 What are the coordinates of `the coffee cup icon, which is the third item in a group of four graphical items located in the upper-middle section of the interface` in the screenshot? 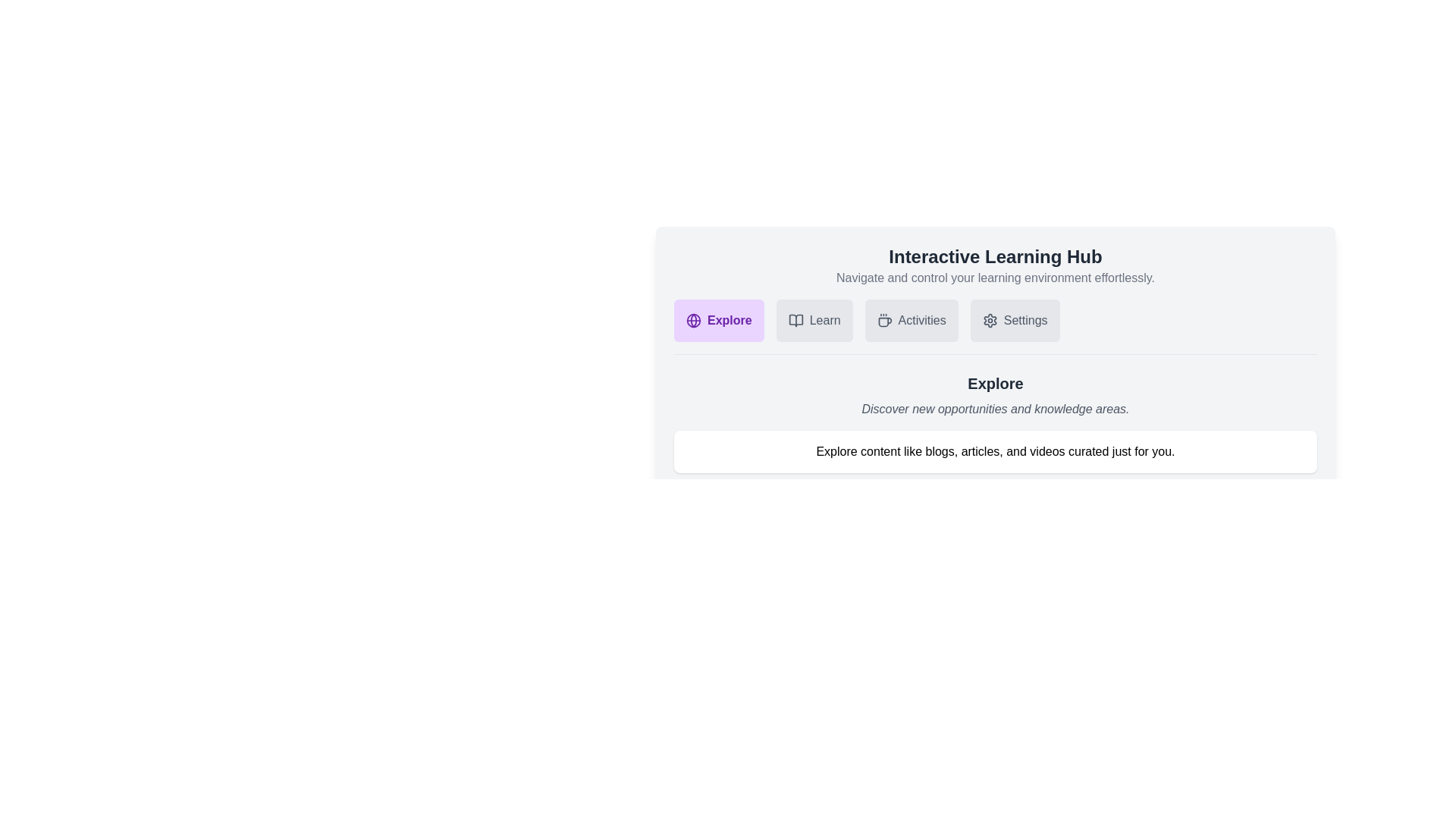 It's located at (884, 322).